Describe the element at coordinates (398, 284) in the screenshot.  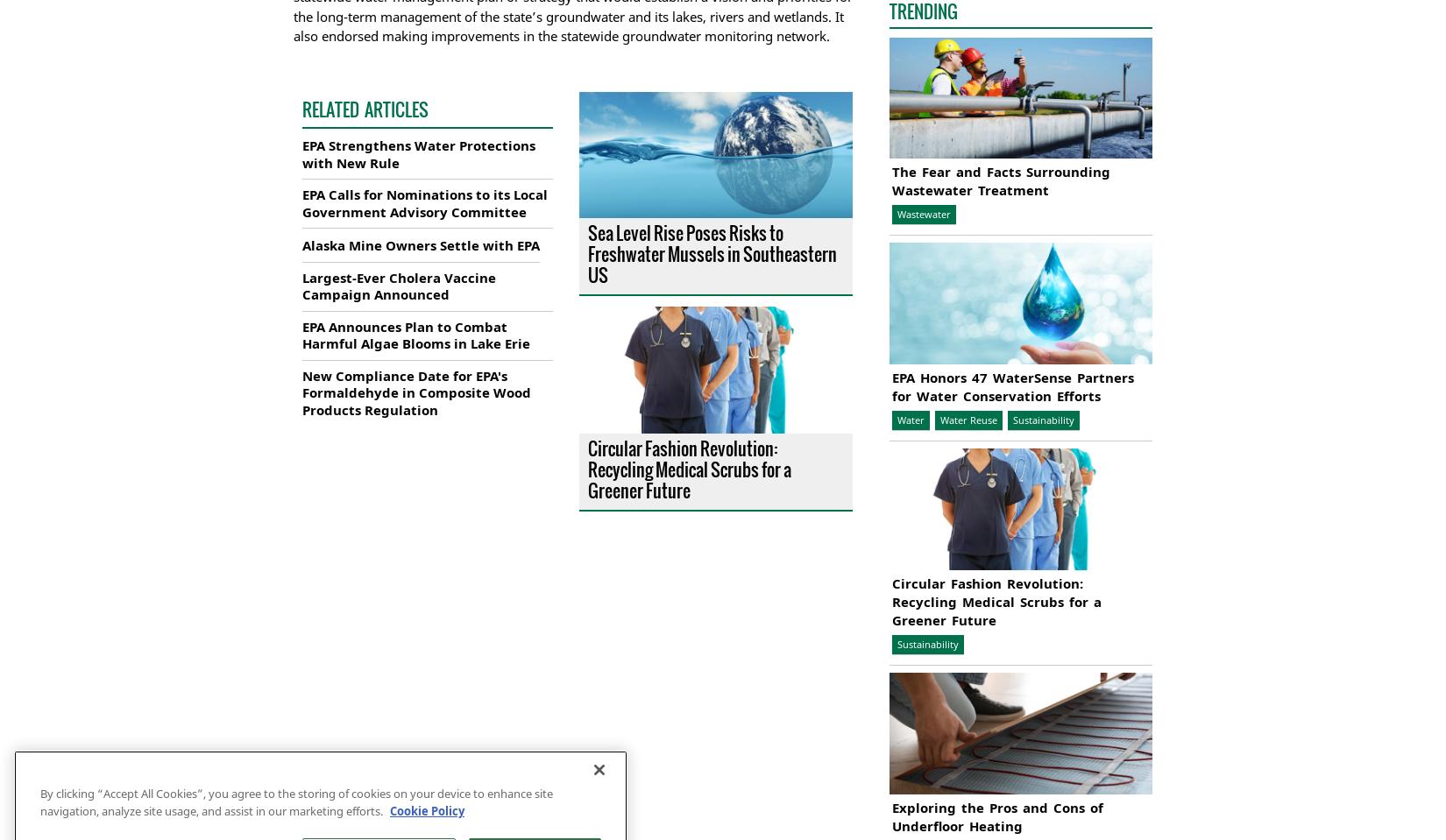
I see `'Largest-Ever Cholera Vaccine Campaign Announced'` at that location.